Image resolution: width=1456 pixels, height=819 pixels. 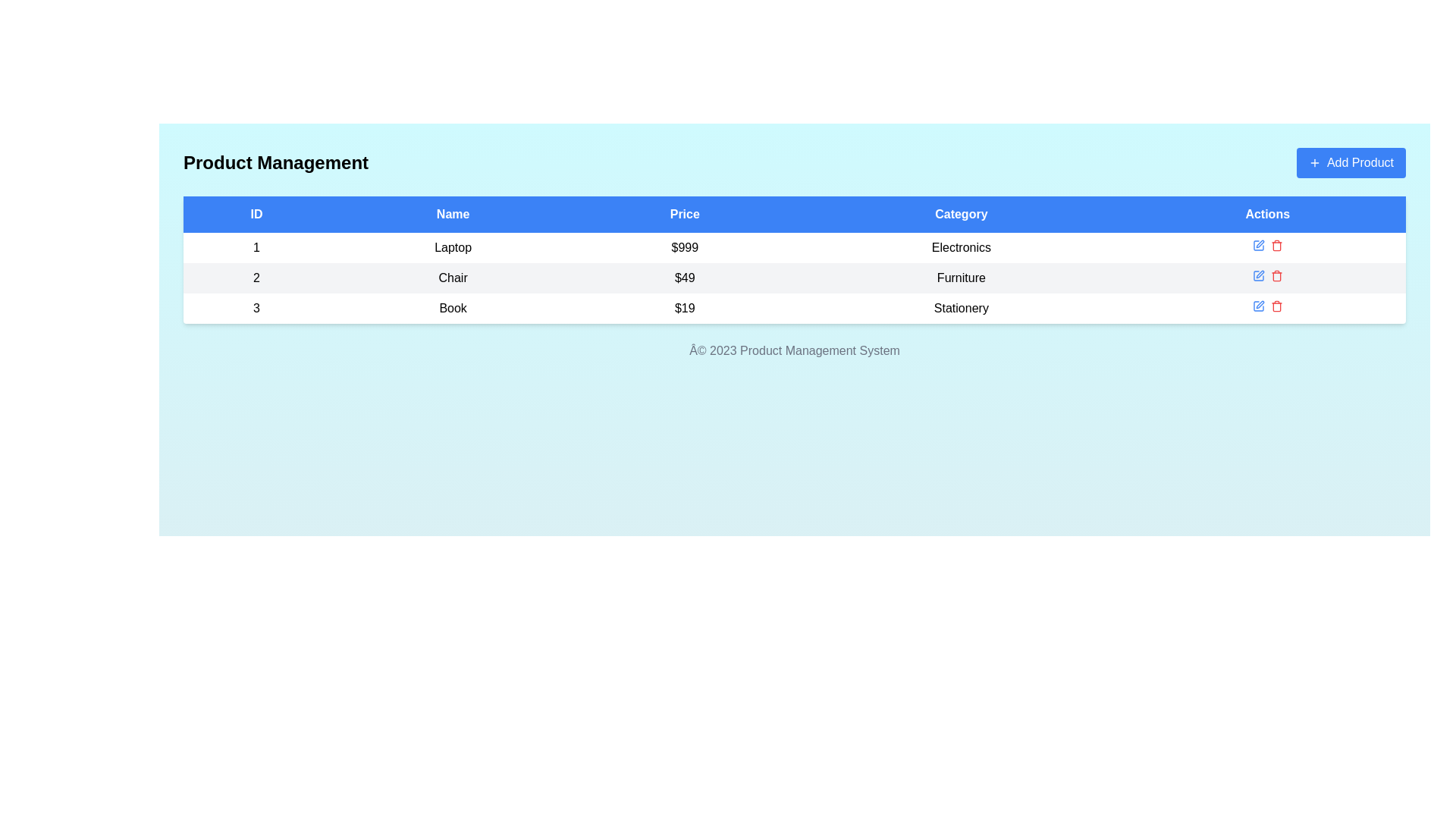 I want to click on the trash icon segment in the Actions column of the second row, so click(x=1276, y=277).